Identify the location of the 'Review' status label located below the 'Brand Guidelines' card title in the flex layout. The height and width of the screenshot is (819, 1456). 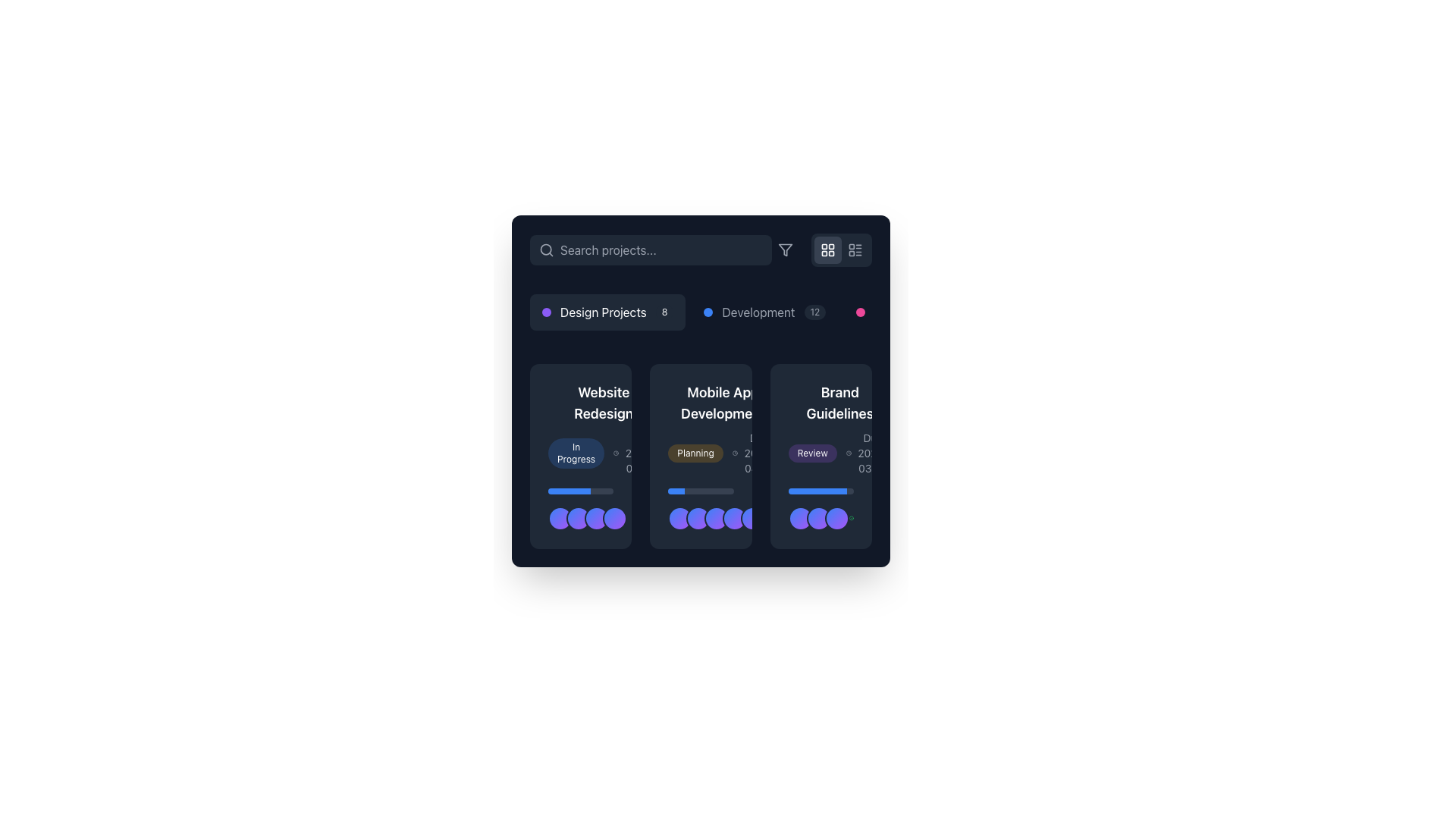
(839, 452).